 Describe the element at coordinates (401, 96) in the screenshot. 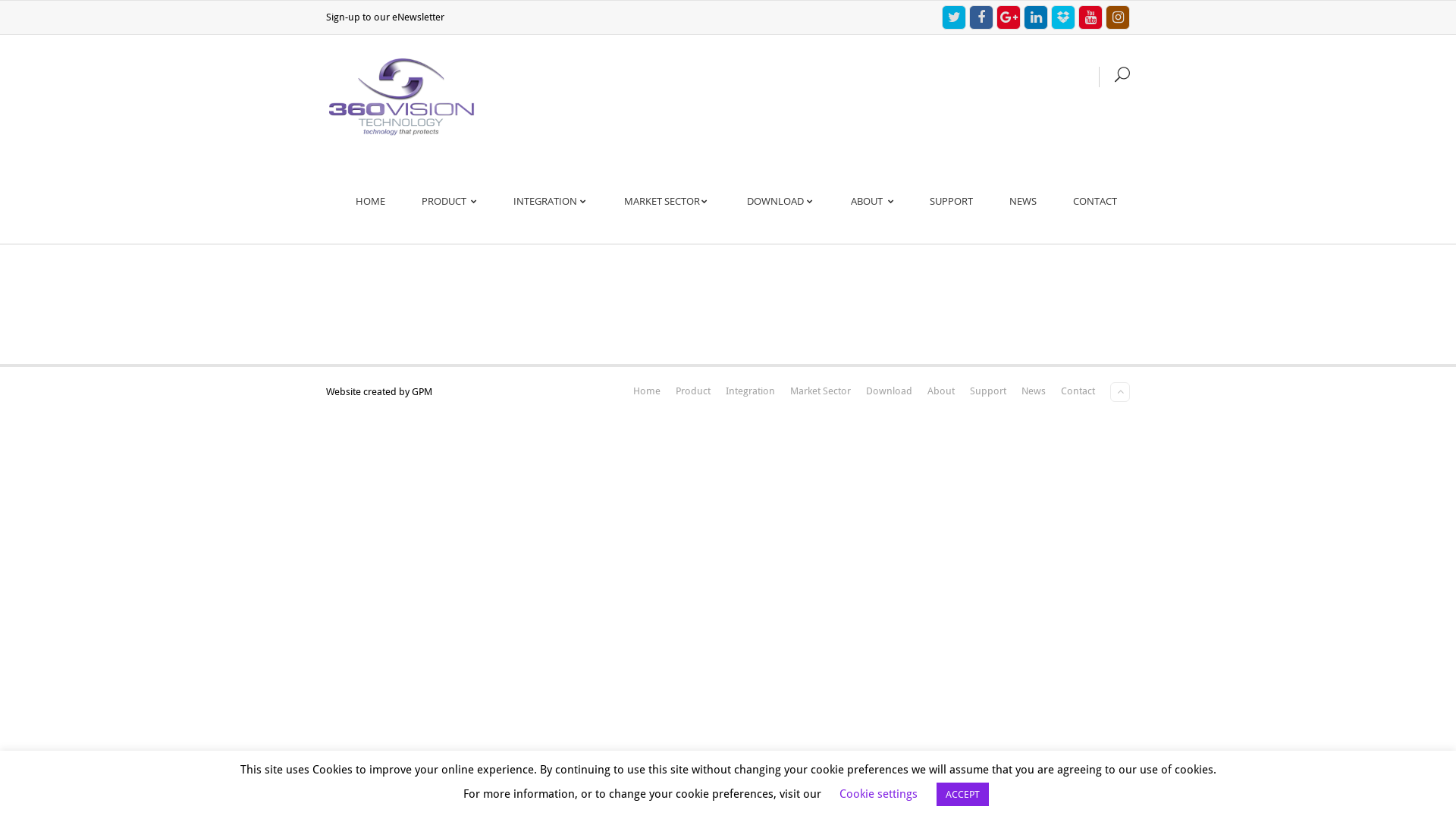

I see `'technology that protects'` at that location.